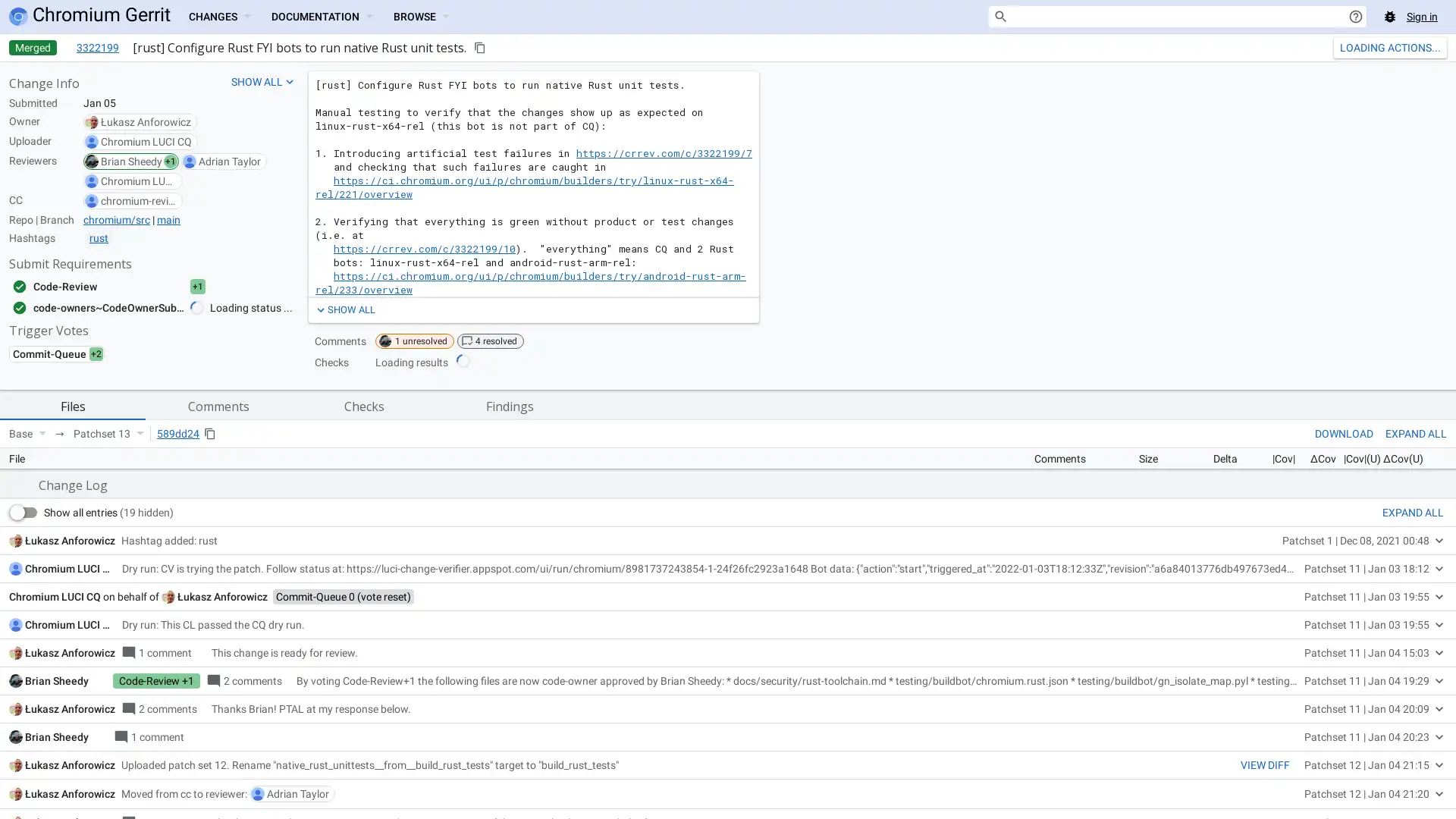 Image resolution: width=1456 pixels, height=819 pixels. I want to click on ukasz Anforowicz, so click(69, 748).